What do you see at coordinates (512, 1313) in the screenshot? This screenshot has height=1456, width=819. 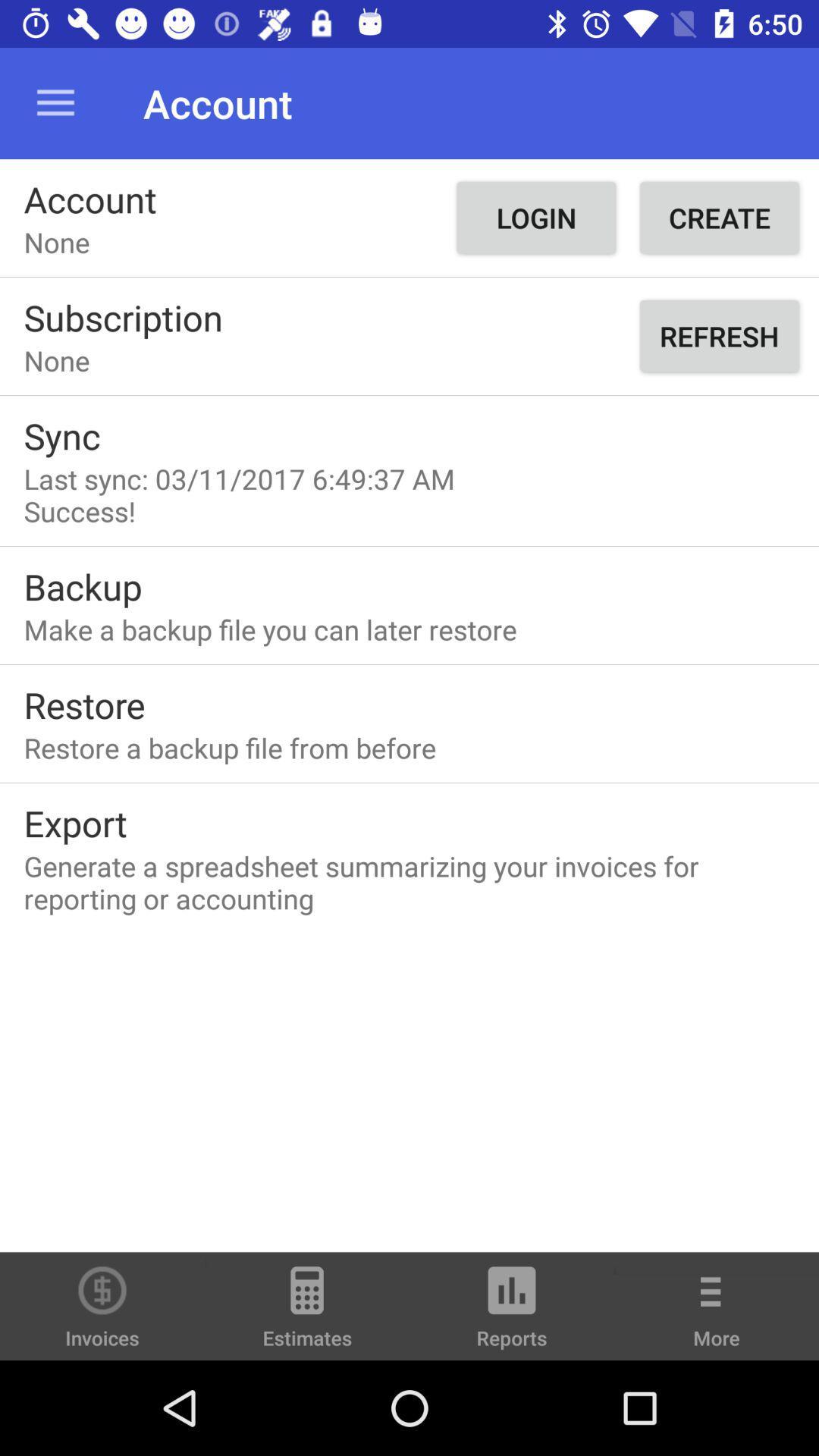 I see `the item next to estimates icon` at bounding box center [512, 1313].